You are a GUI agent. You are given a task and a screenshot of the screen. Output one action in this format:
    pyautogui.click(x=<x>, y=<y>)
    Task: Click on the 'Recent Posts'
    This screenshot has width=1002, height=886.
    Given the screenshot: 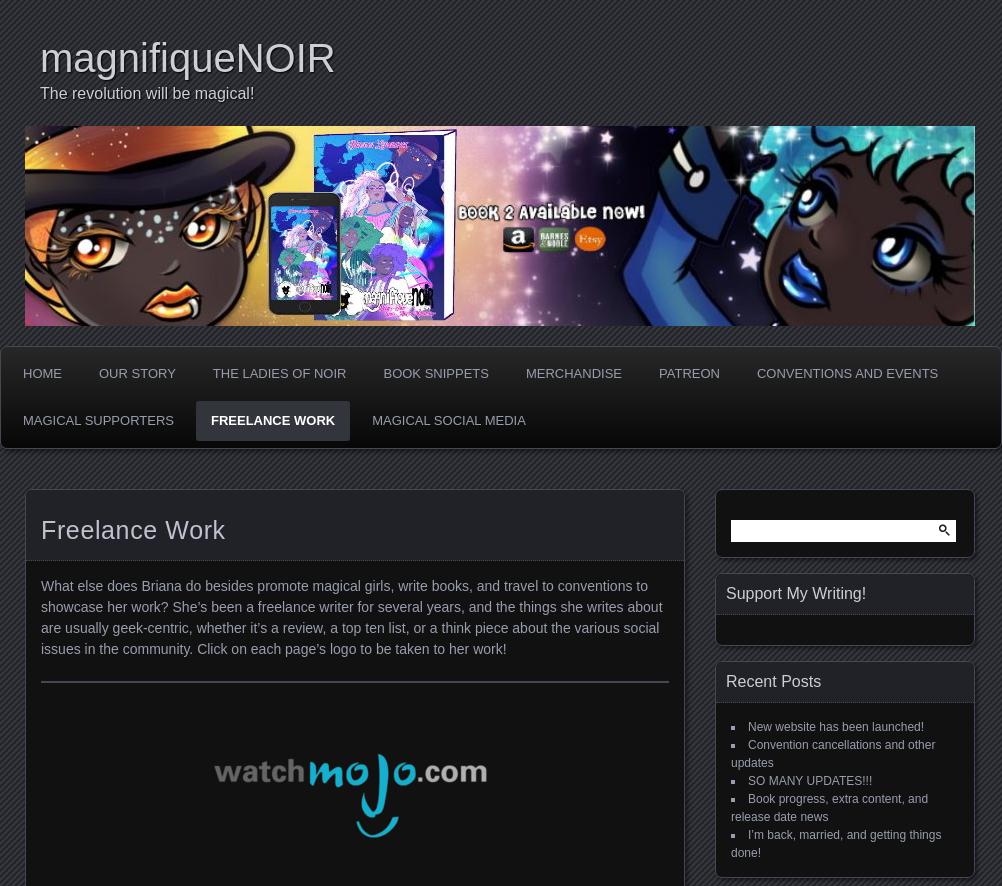 What is the action you would take?
    pyautogui.click(x=726, y=680)
    